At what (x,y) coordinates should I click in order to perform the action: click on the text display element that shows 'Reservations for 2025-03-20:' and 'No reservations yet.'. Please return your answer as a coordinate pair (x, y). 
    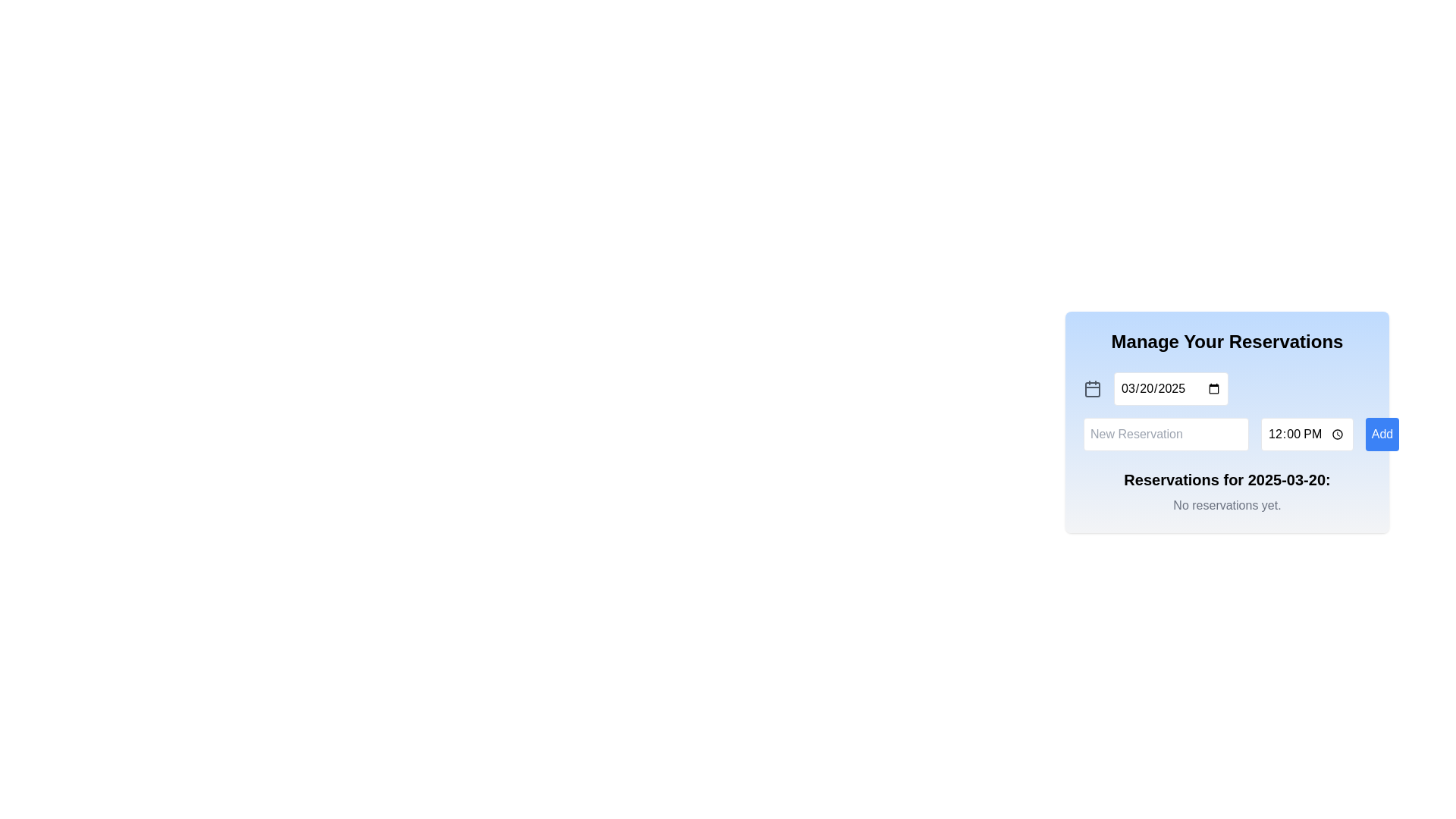
    Looking at the image, I should click on (1227, 491).